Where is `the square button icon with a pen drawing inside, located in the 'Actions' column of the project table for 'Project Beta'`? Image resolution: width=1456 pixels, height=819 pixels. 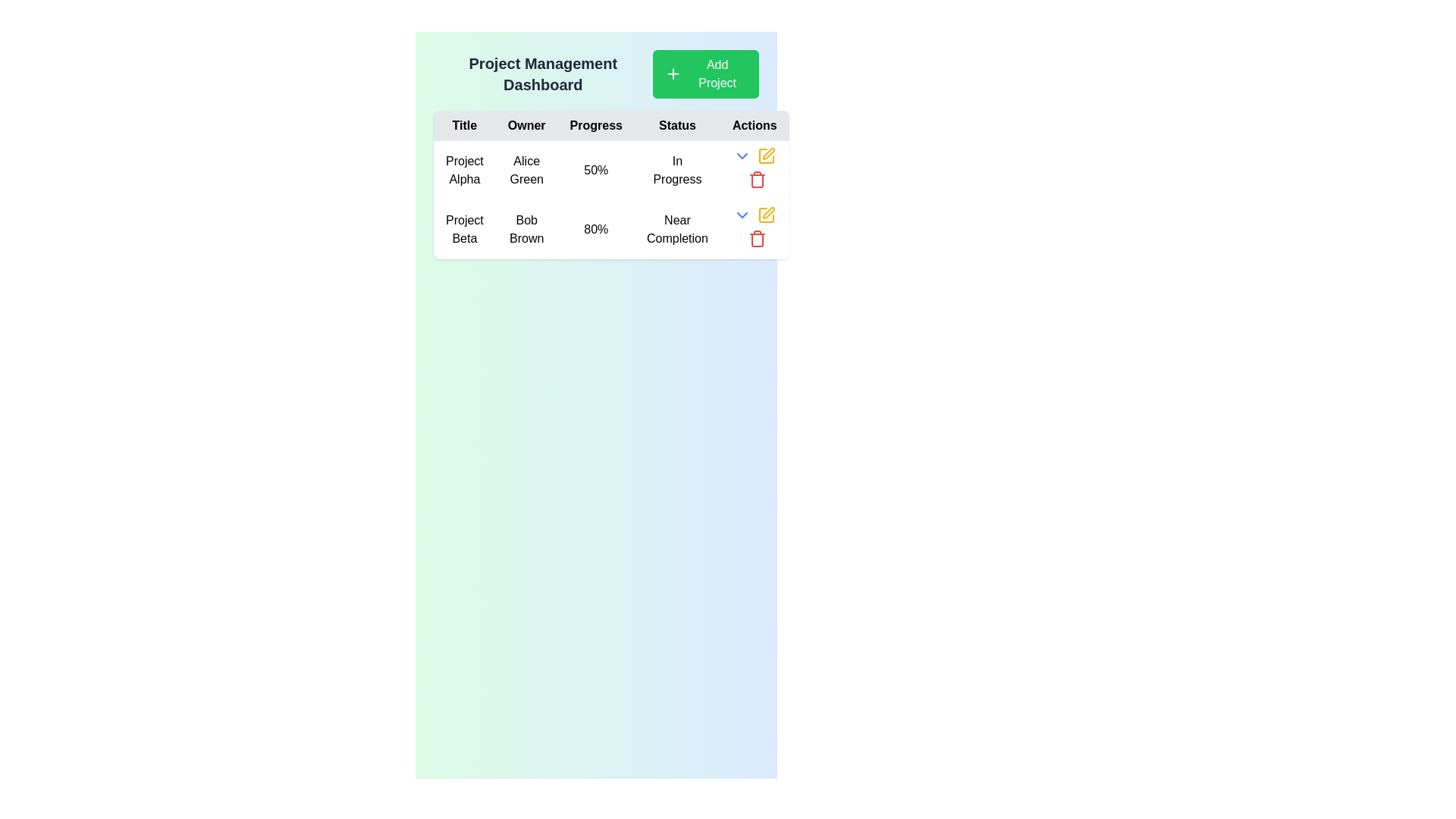 the square button icon with a pen drawing inside, located in the 'Actions' column of the project table for 'Project Beta' is located at coordinates (767, 155).